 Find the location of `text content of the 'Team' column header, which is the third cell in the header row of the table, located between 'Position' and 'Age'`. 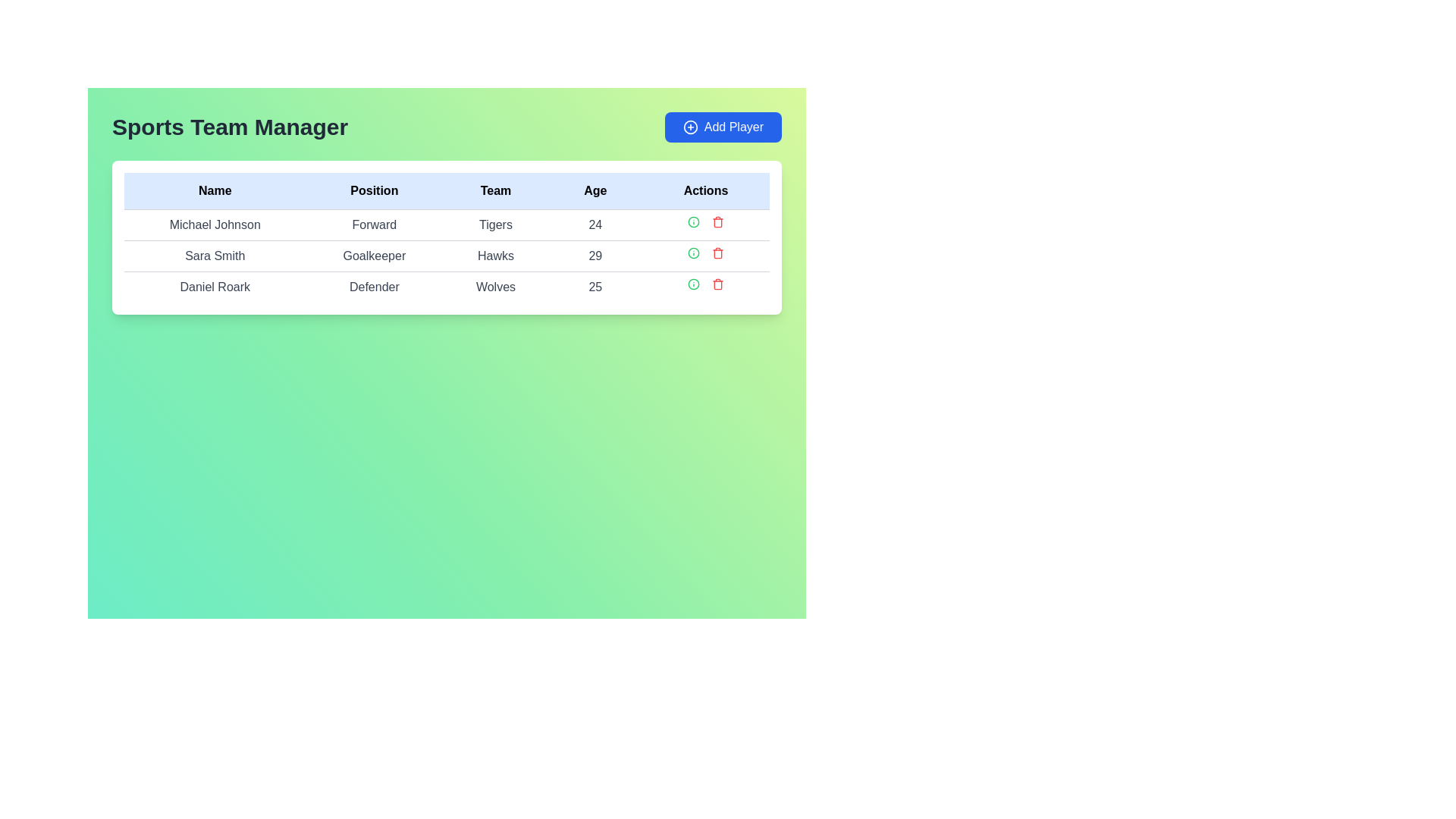

text content of the 'Team' column header, which is the third cell in the header row of the table, located between 'Position' and 'Age' is located at coordinates (495, 190).